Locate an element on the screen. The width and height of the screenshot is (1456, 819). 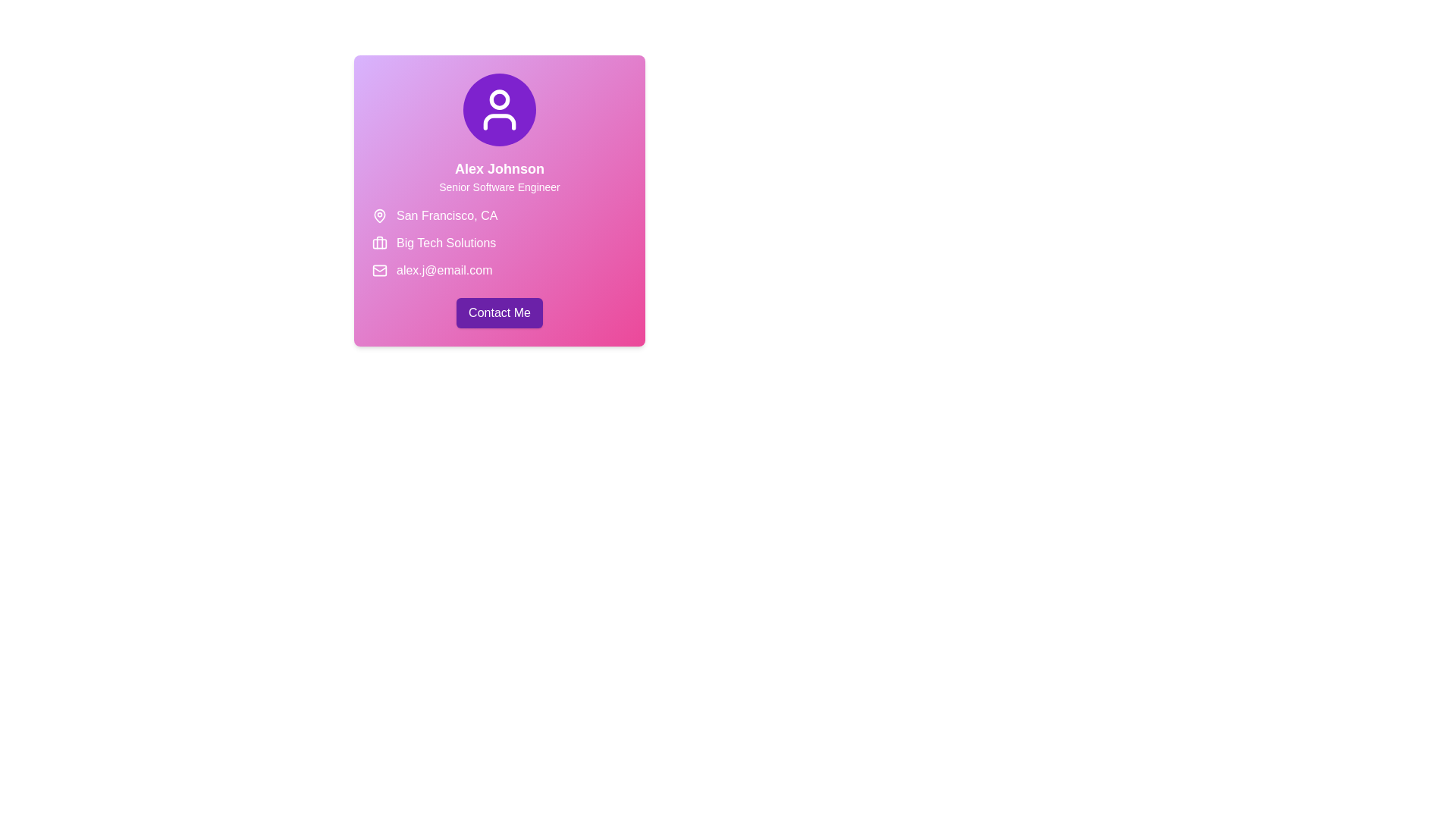
the user profile icon located at the top-center of the profile card layout, above the user name and role text is located at coordinates (499, 109).